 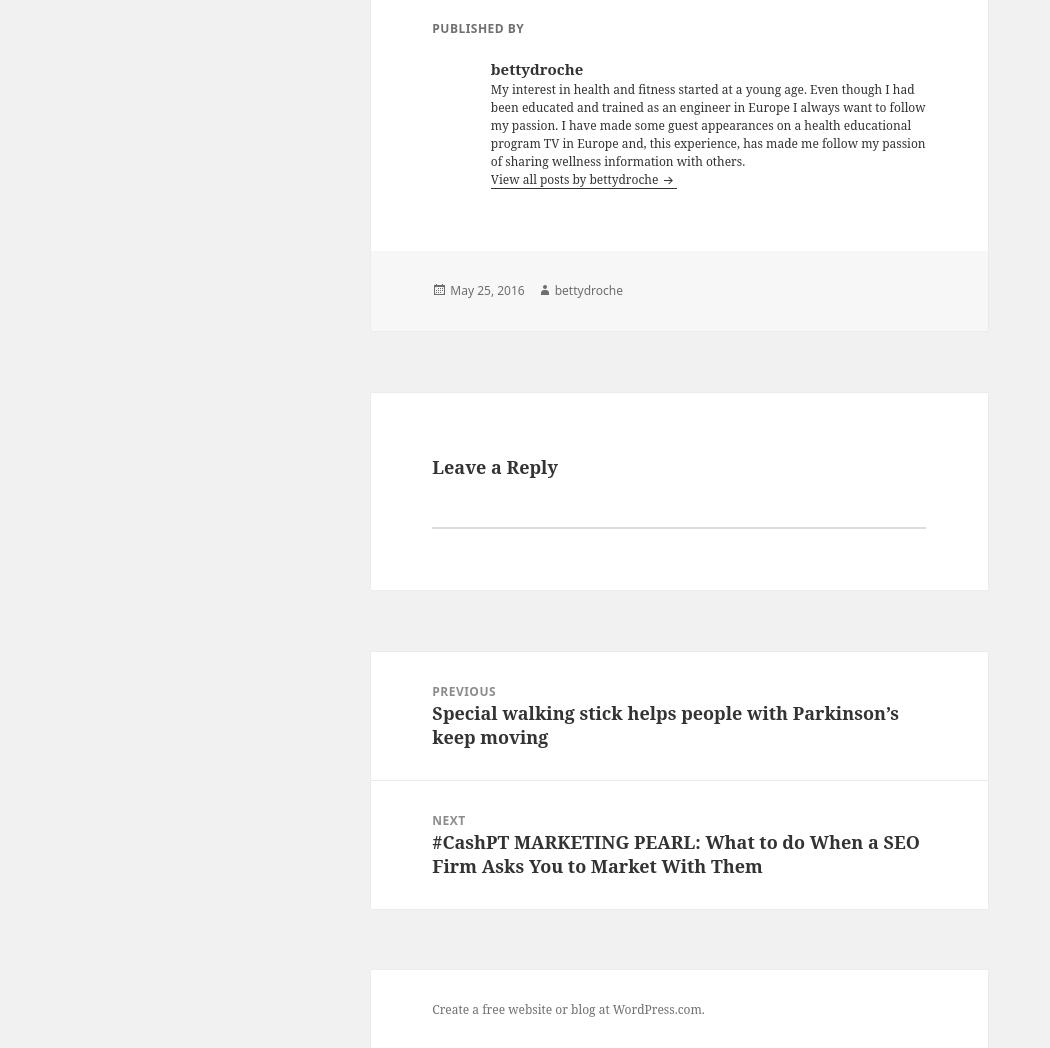 What do you see at coordinates (574, 177) in the screenshot?
I see `'View all posts by bettydroche'` at bounding box center [574, 177].